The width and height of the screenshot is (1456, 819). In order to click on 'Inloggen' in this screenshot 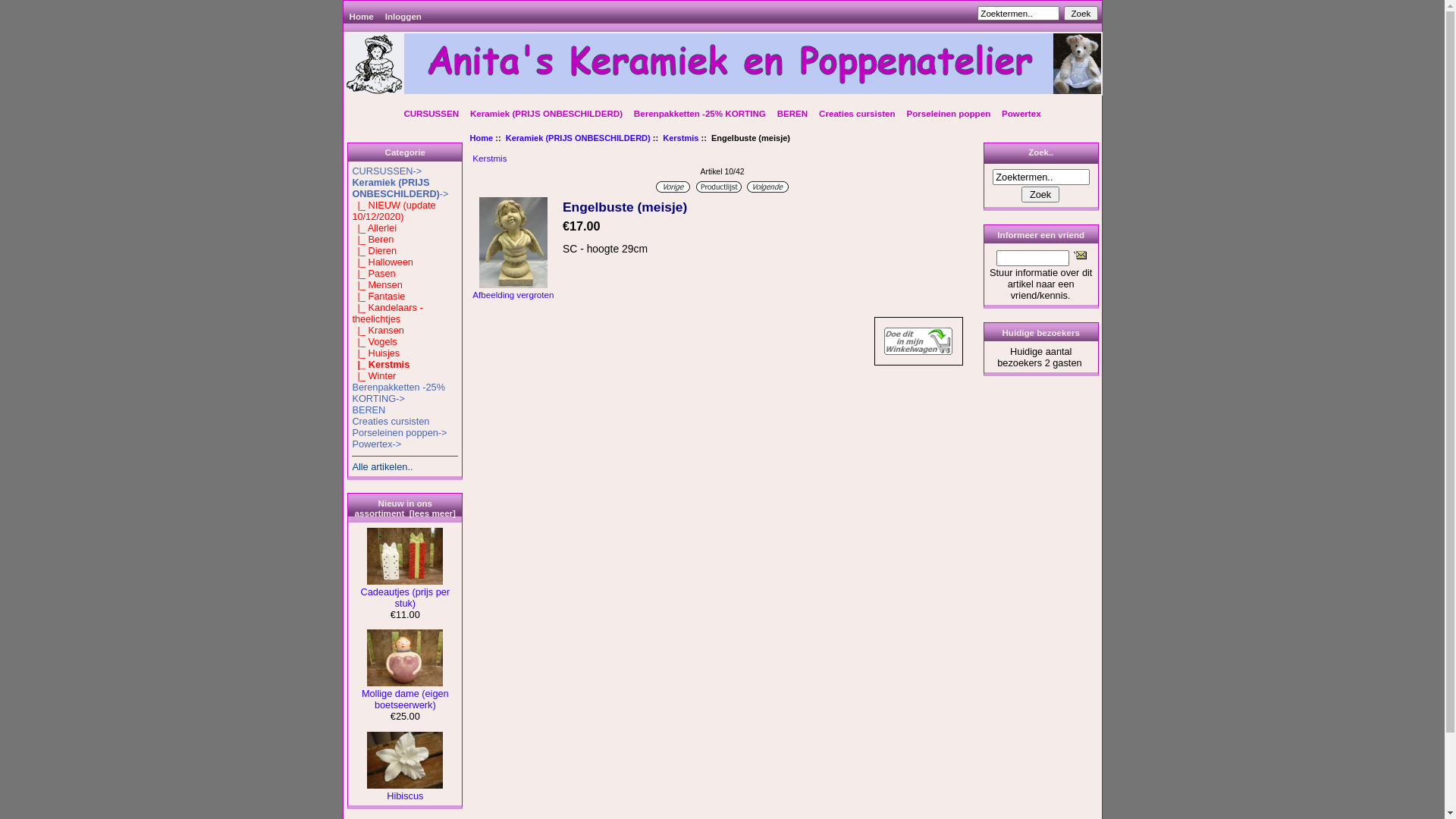, I will do `click(403, 16)`.